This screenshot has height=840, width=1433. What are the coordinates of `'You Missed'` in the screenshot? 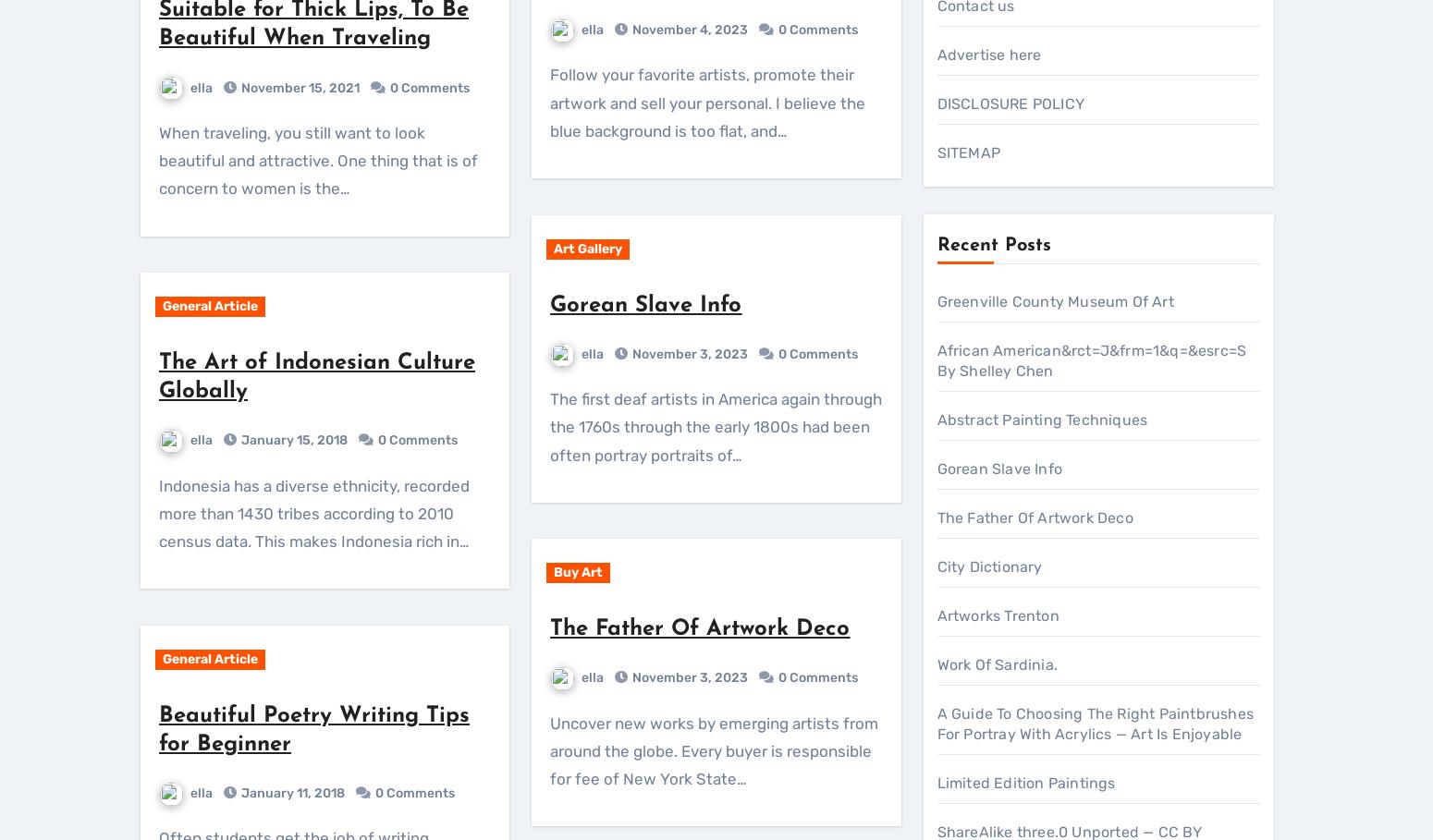 It's located at (207, 612).